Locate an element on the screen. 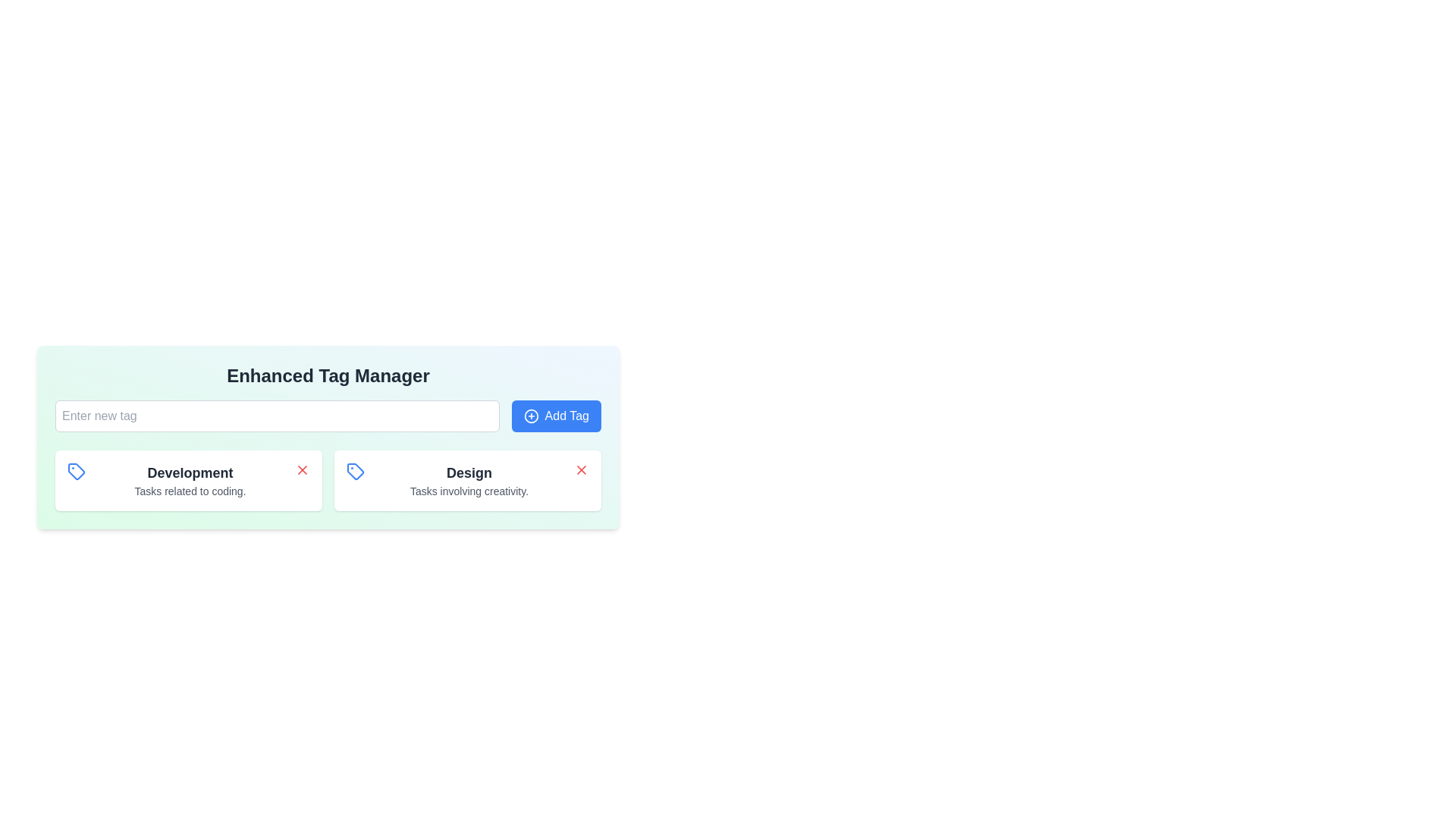  the icon located in the top-right corner of the 'Add Tag' button is located at coordinates (531, 416).